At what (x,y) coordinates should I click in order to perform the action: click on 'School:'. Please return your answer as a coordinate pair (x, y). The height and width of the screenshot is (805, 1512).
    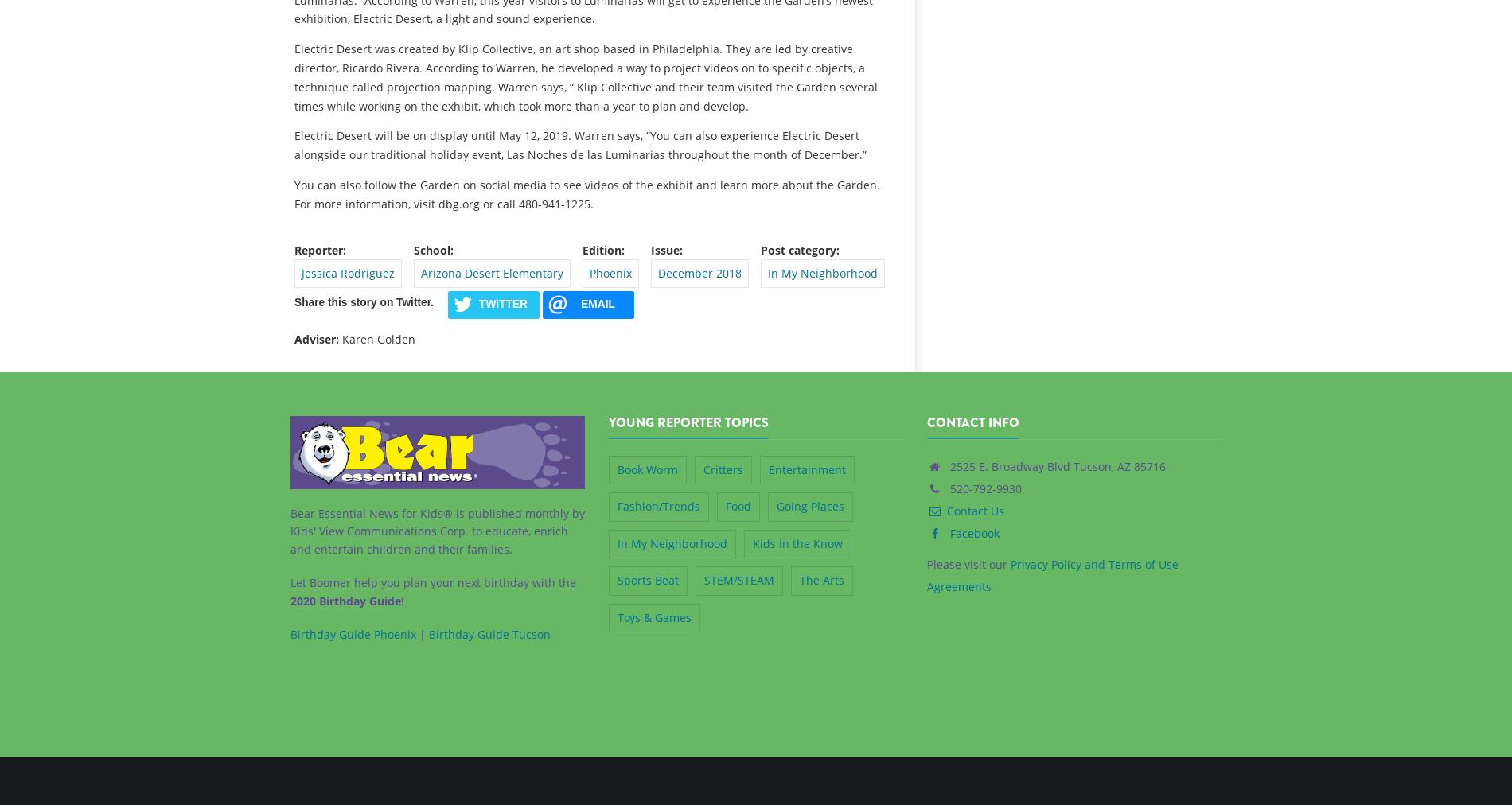
    Looking at the image, I should click on (414, 248).